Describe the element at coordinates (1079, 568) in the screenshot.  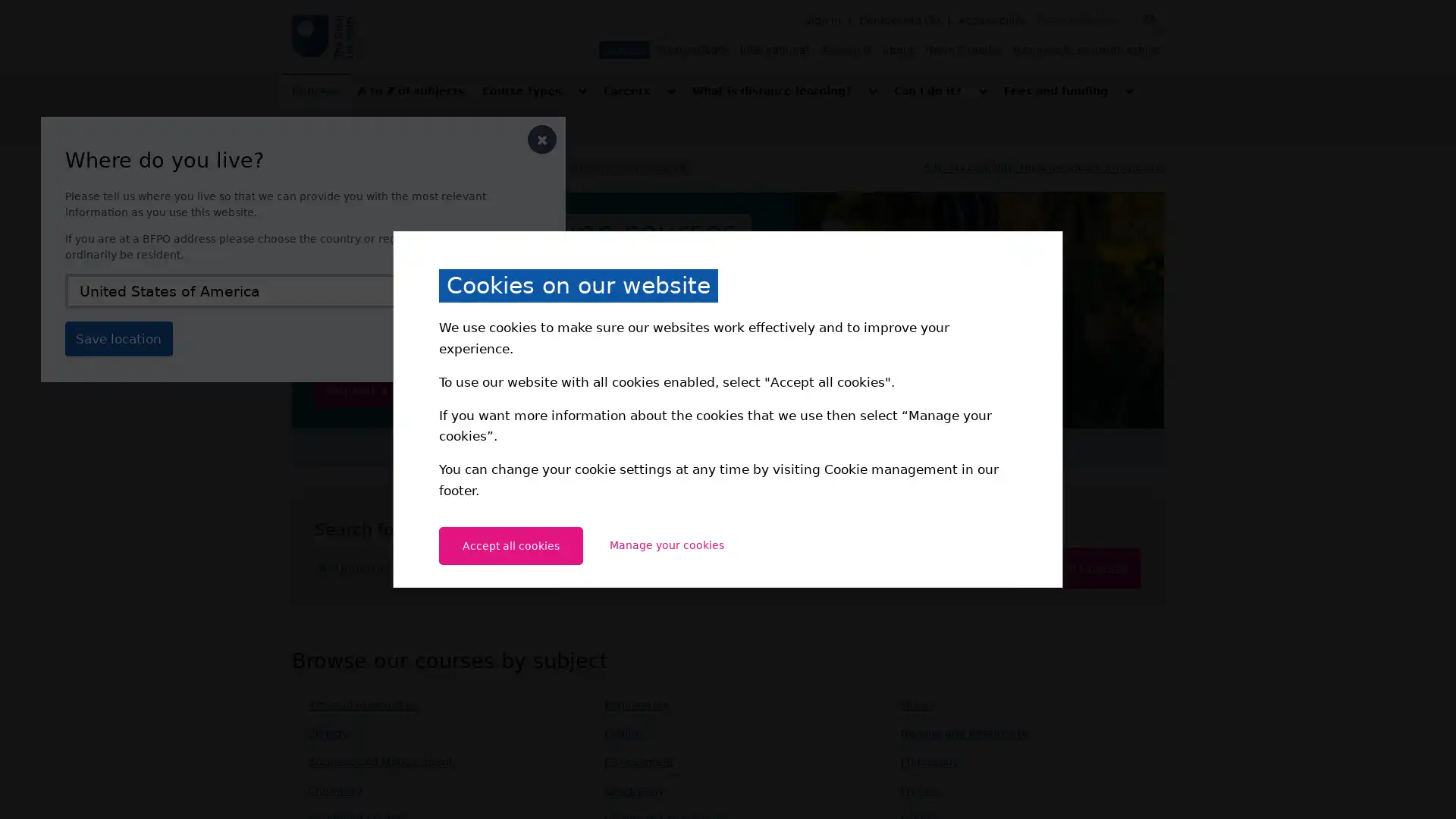
I see `Find courses` at that location.